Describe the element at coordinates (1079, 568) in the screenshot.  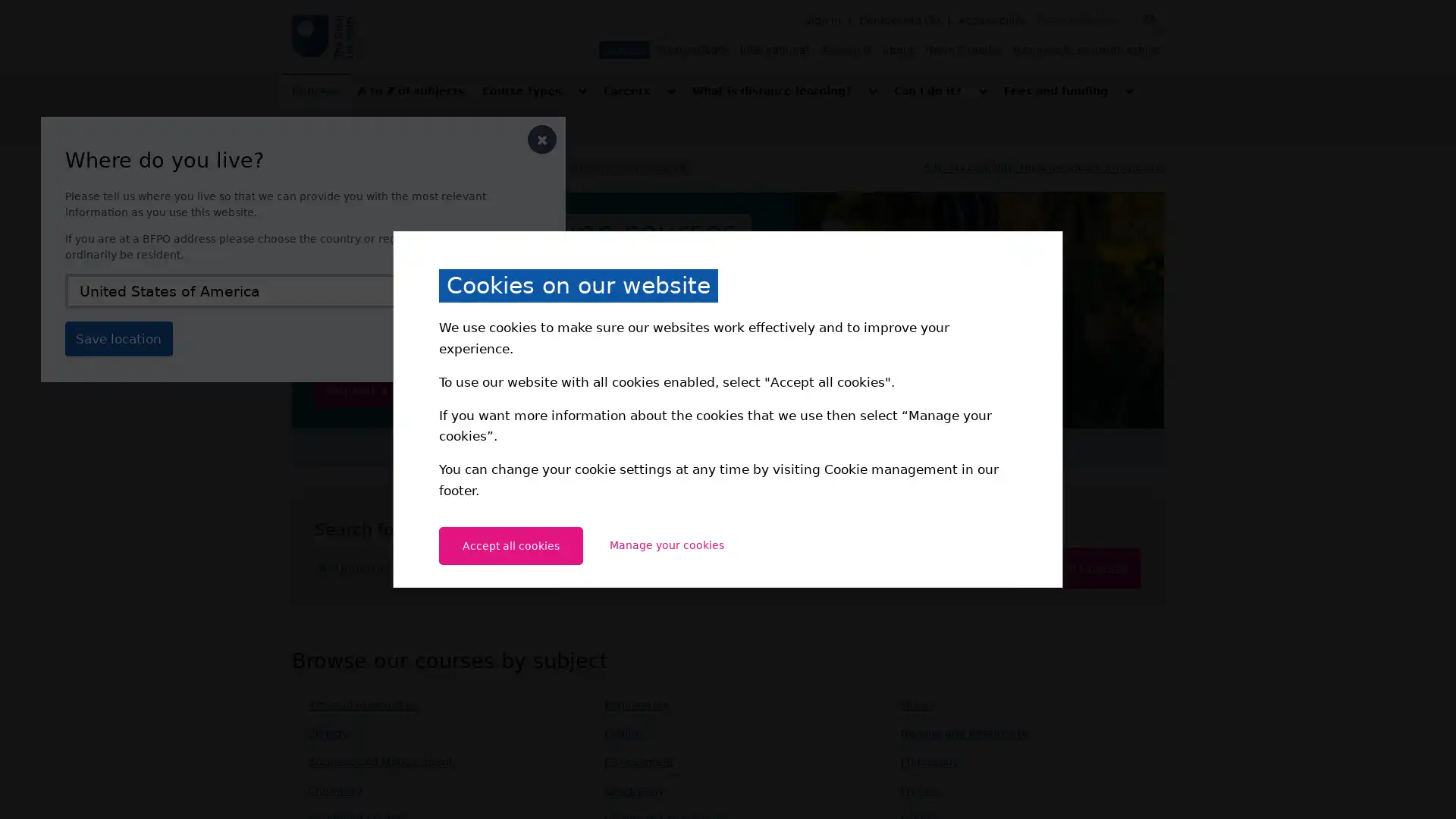
I see `Find courses` at that location.